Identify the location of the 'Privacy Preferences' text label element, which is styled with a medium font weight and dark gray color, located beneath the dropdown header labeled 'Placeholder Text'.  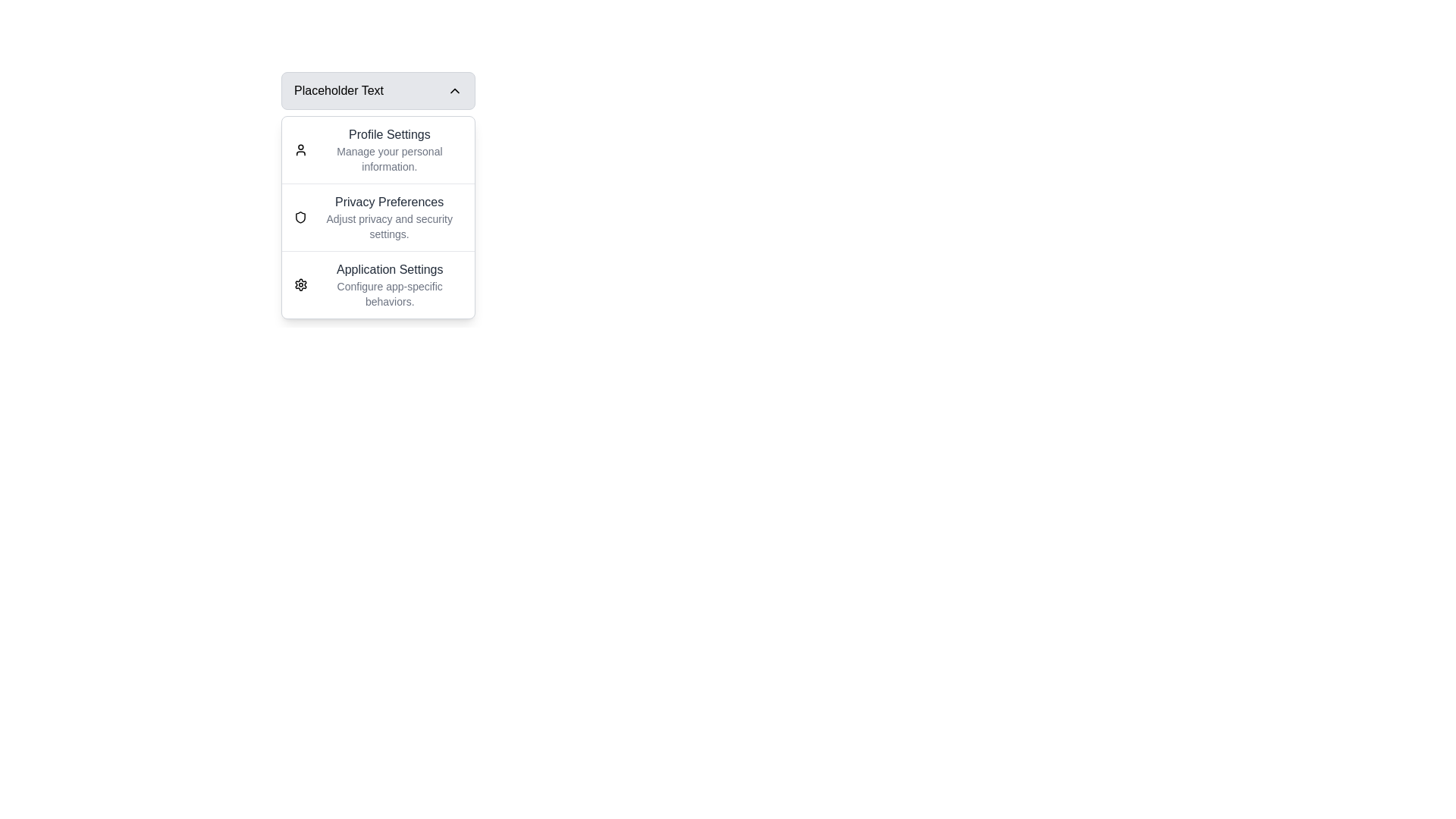
(389, 201).